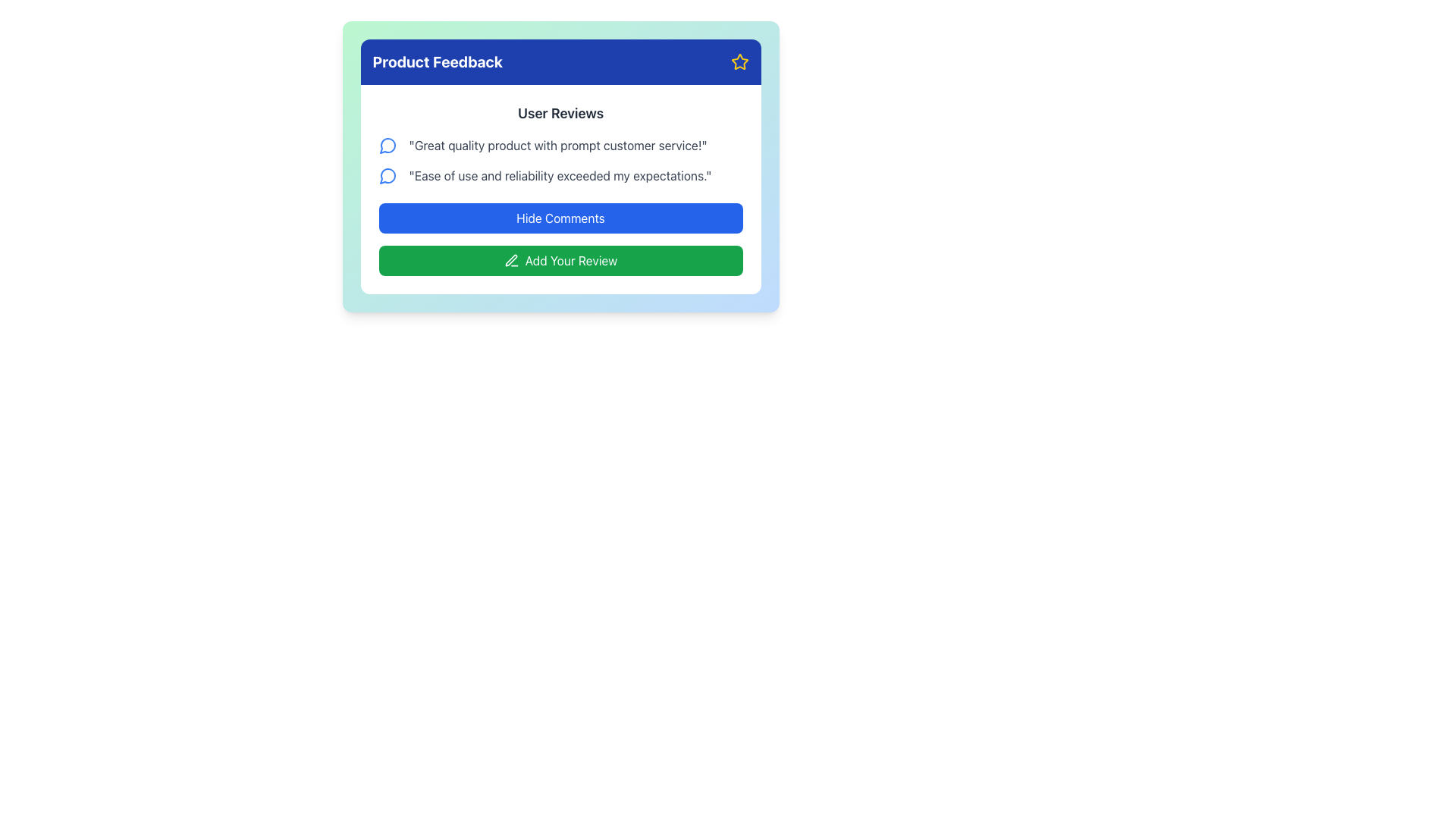 The width and height of the screenshot is (1456, 819). What do you see at coordinates (560, 174) in the screenshot?
I see `the second user review in the 'User Reviews' section, which displays feedback about the product or service` at bounding box center [560, 174].